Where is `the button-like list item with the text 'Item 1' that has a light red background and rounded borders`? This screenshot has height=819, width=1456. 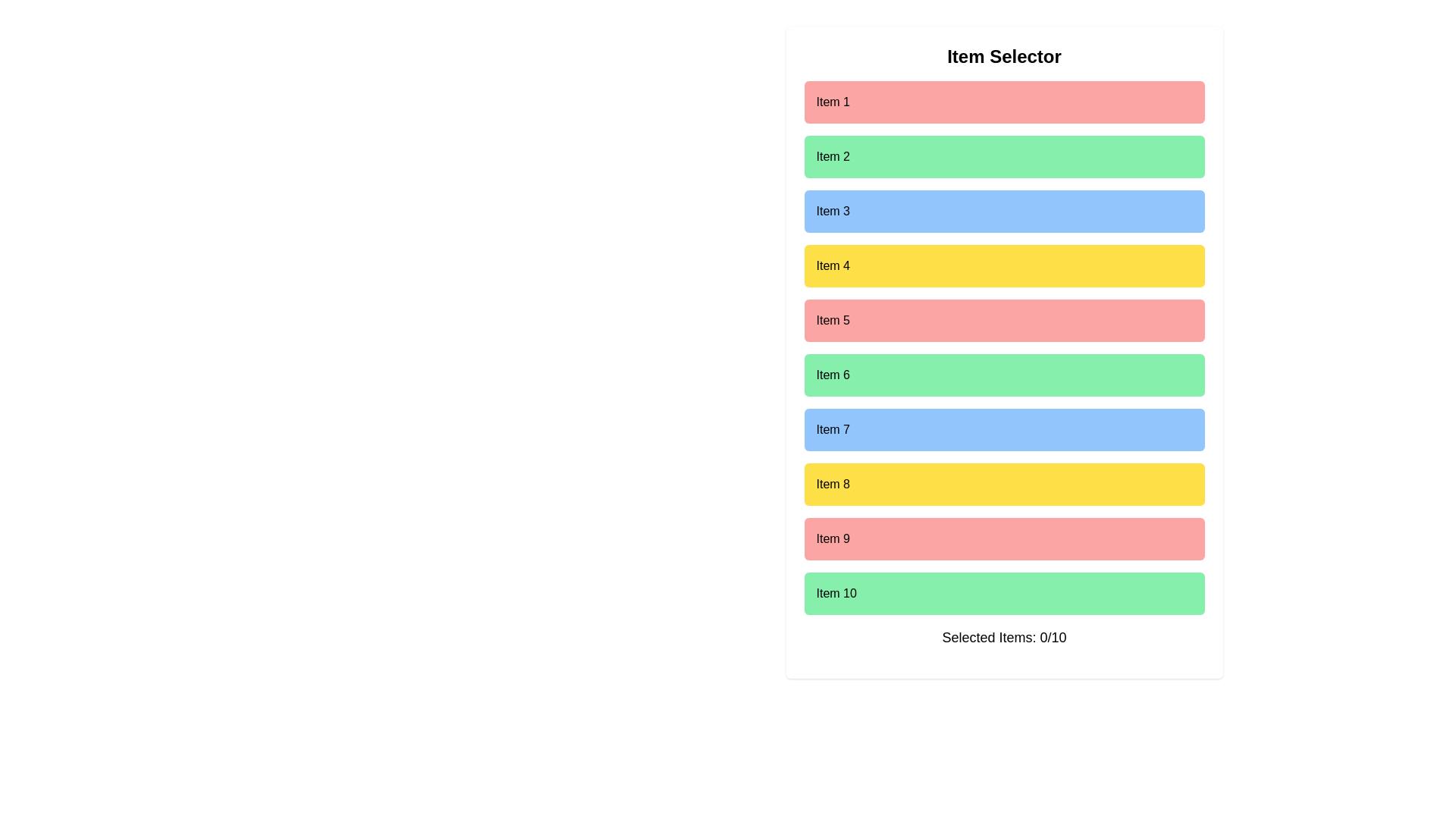 the button-like list item with the text 'Item 1' that has a light red background and rounded borders is located at coordinates (1004, 102).